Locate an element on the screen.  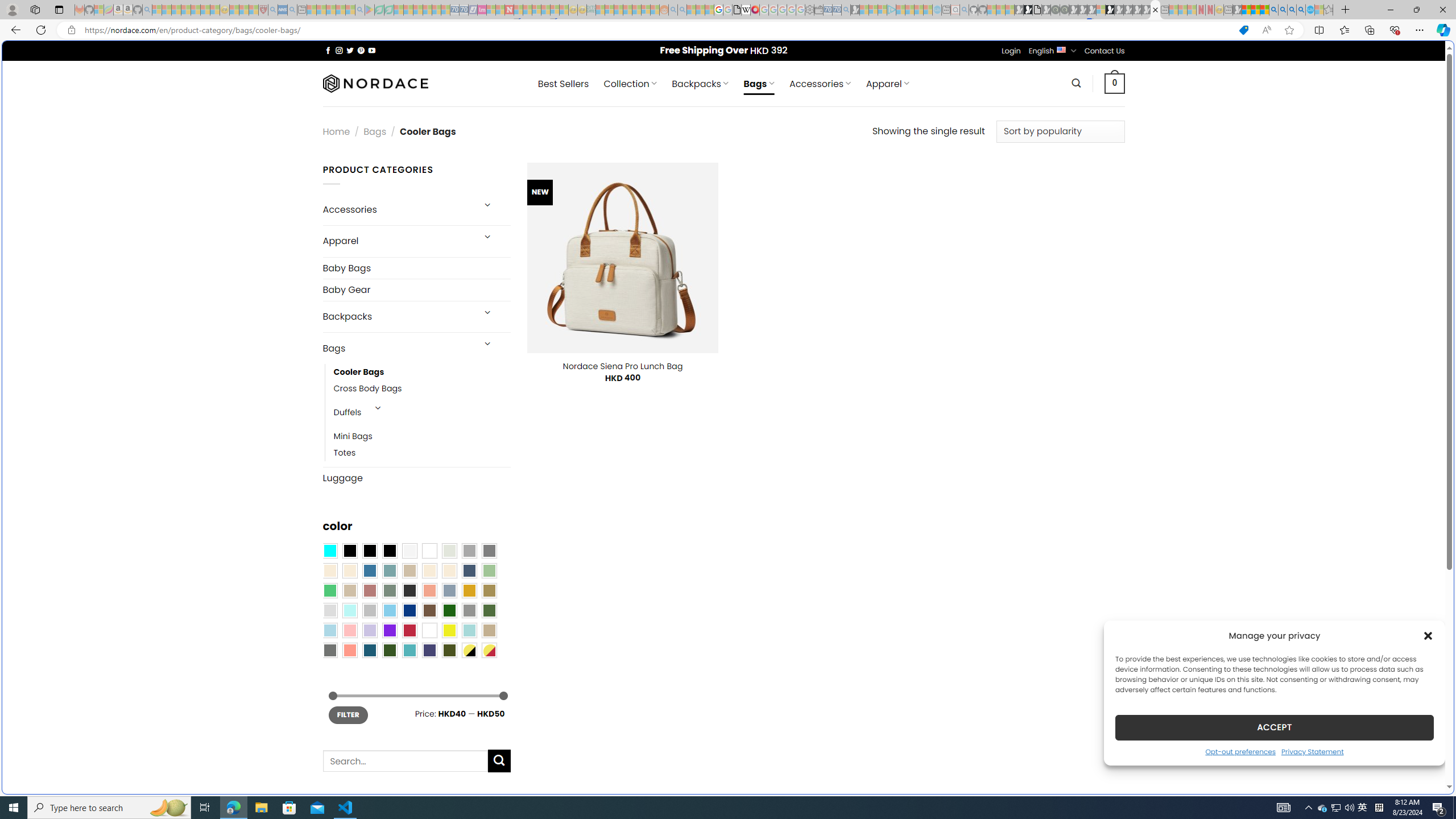
'Cross Body Bags' is located at coordinates (367, 388).